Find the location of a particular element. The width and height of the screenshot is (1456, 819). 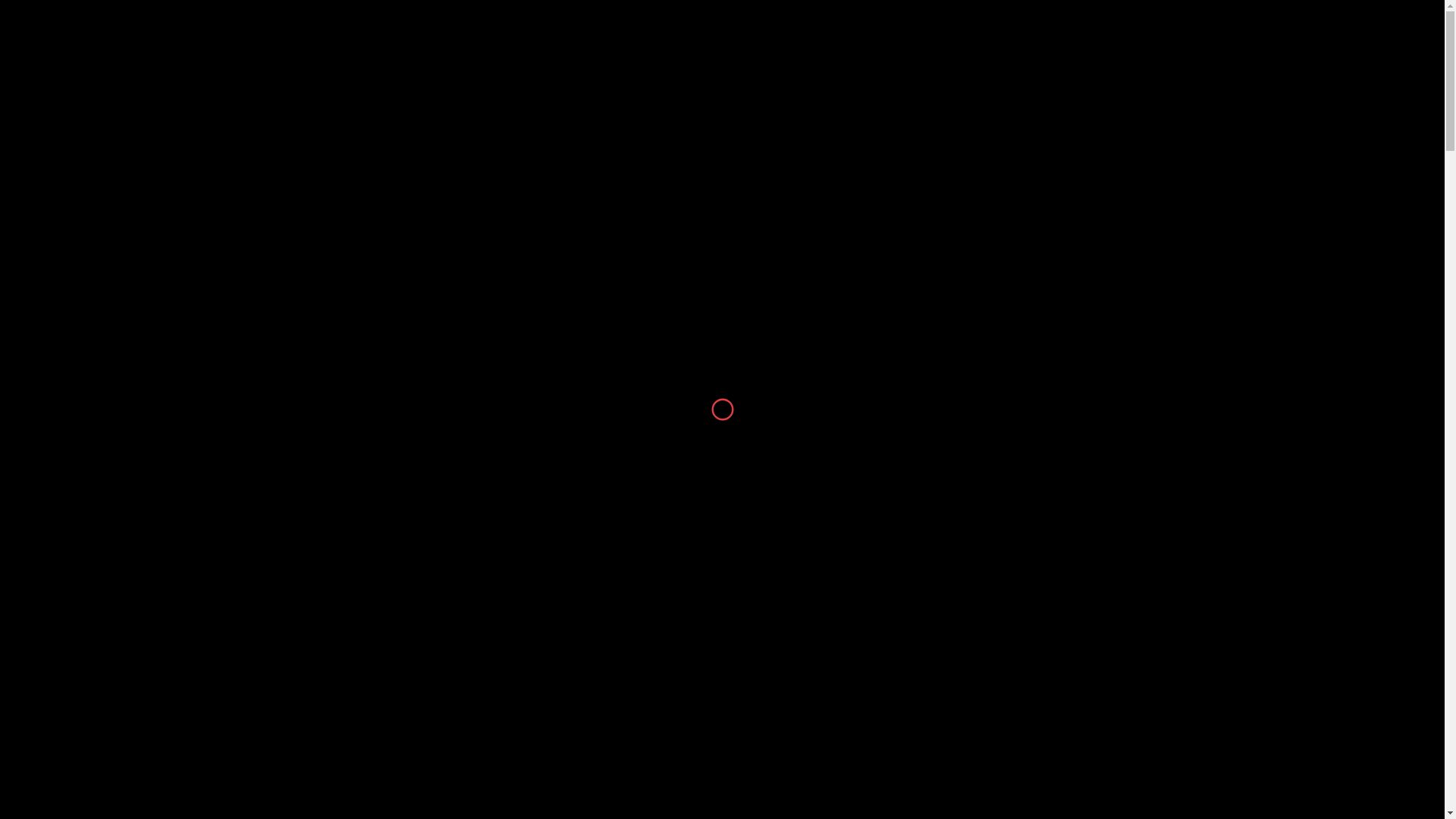

'VOGUESULTANA' is located at coordinates (739, 51).